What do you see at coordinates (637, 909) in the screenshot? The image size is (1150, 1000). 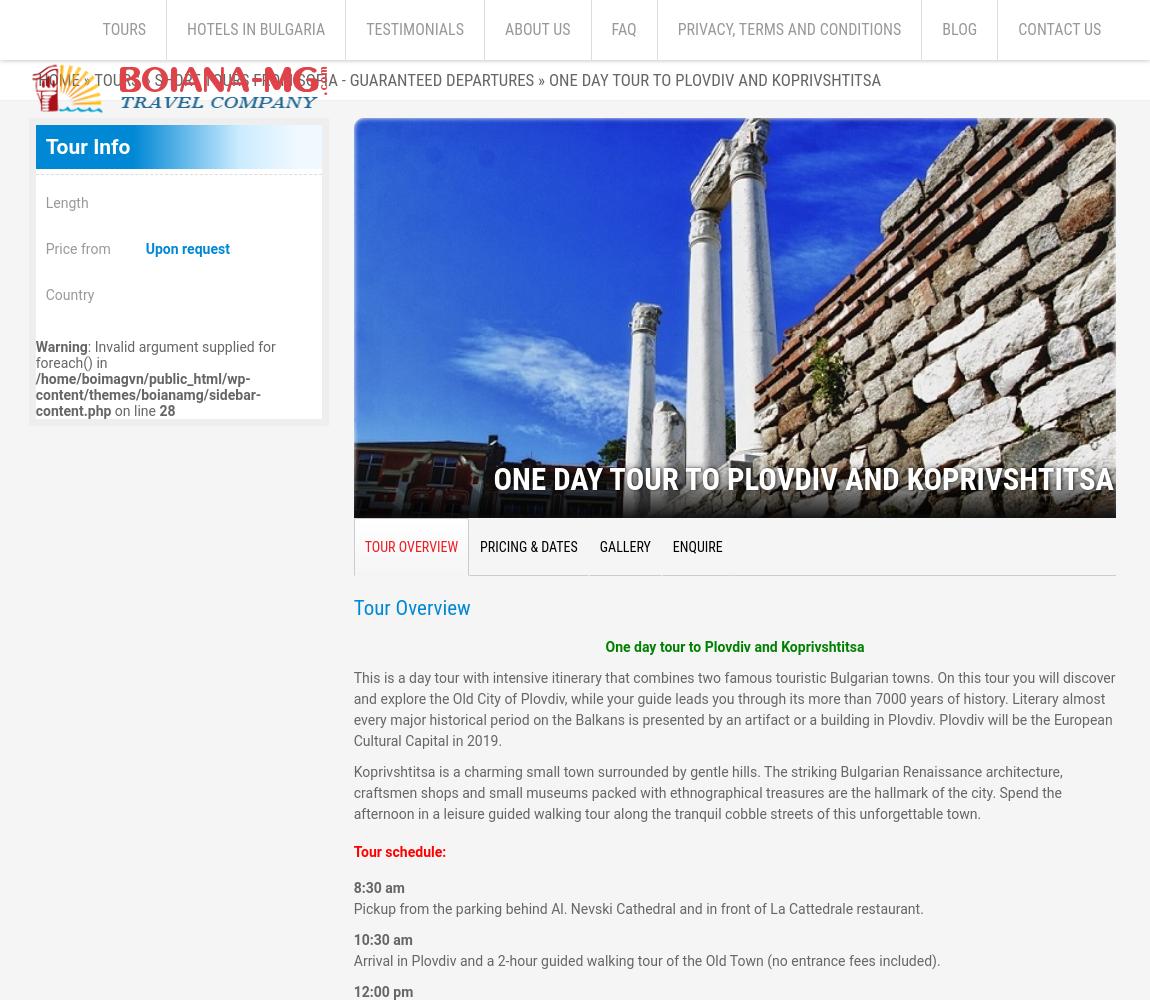 I see `'Pickup from the parking behind Al. Nevski Cathedral and in front of La Cattedrale restaurant.'` at bounding box center [637, 909].